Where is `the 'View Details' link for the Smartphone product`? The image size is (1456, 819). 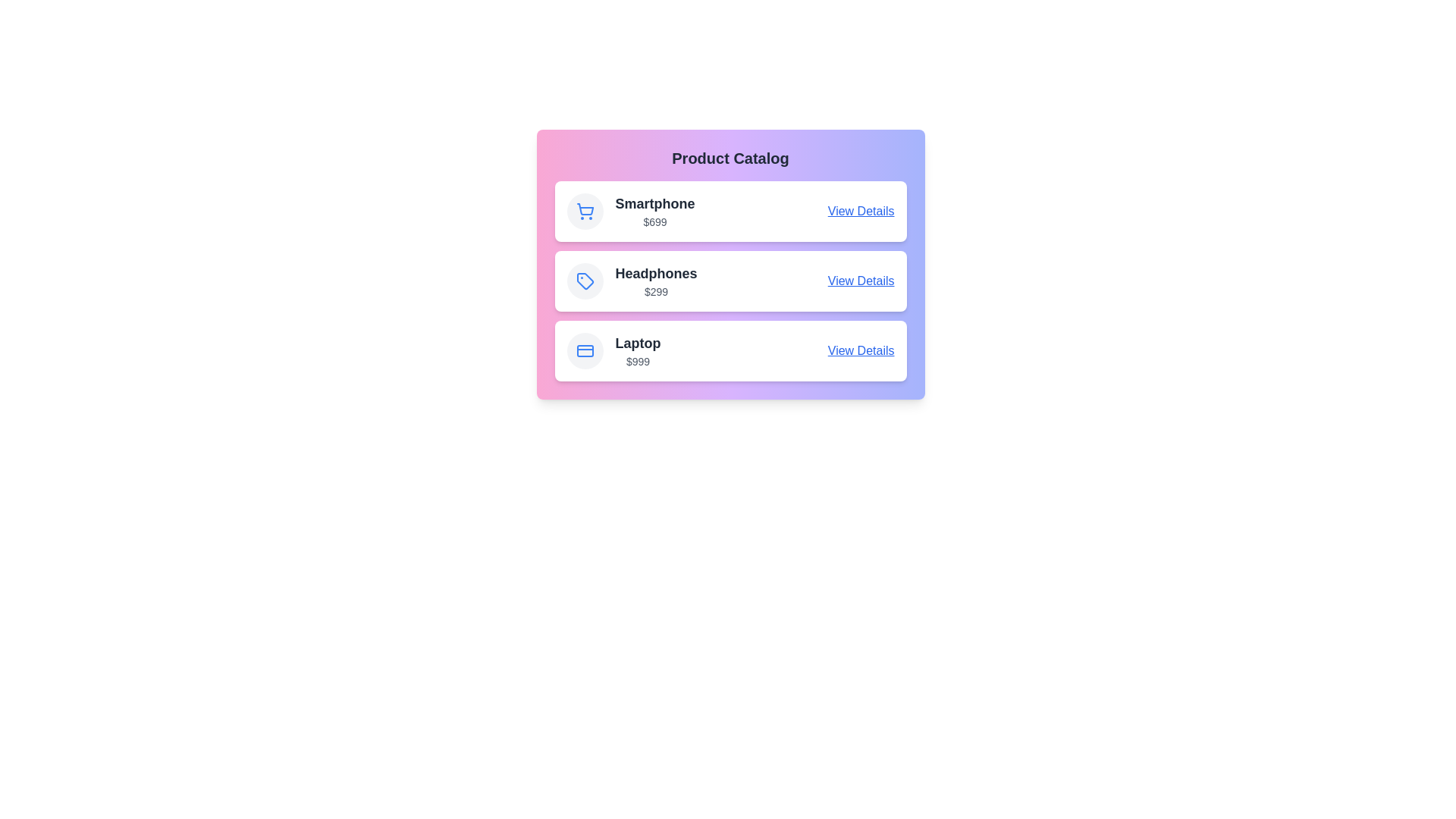 the 'View Details' link for the Smartphone product is located at coordinates (861, 211).